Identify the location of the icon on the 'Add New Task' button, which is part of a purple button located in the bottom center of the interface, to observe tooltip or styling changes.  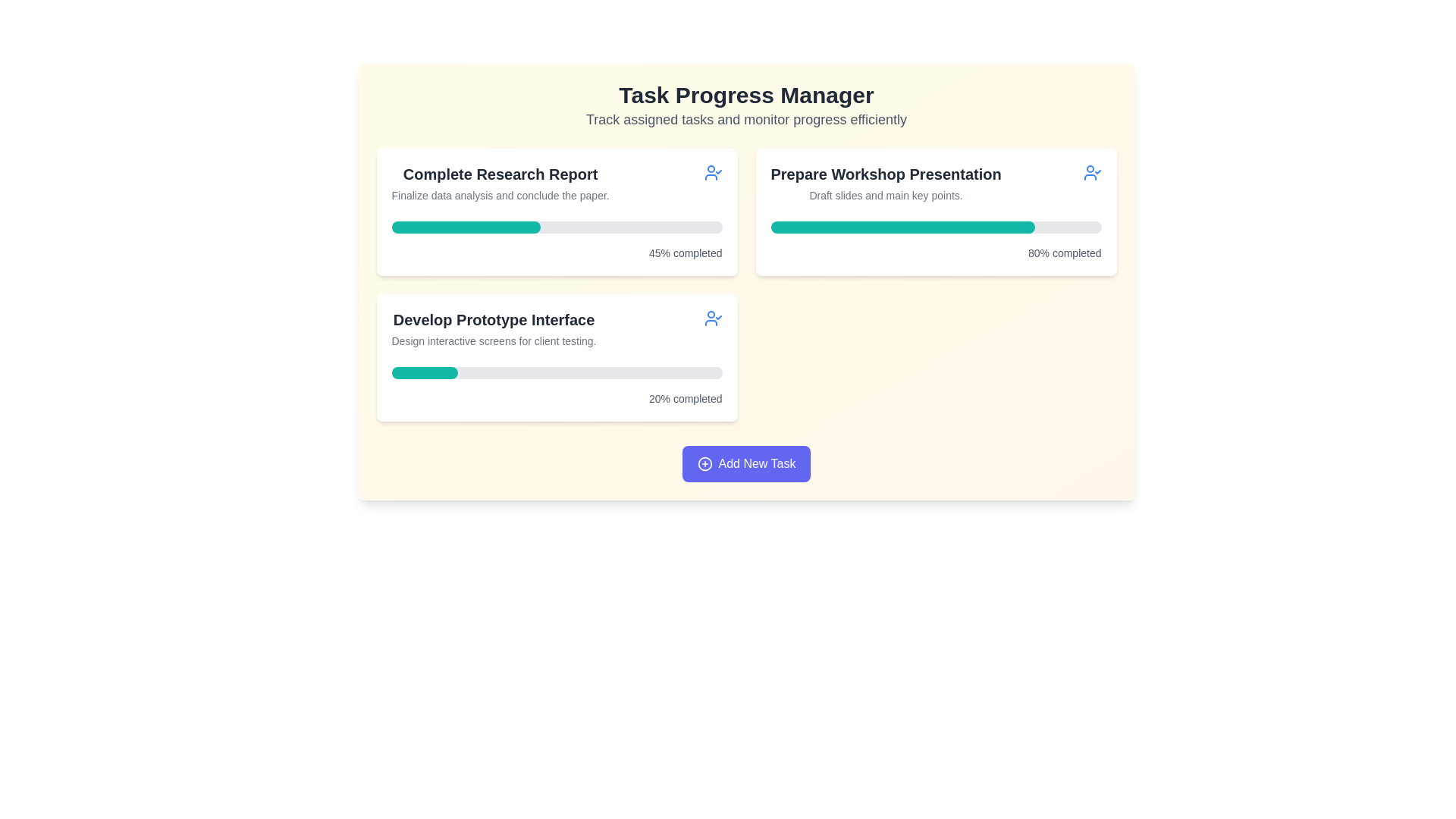
(704, 463).